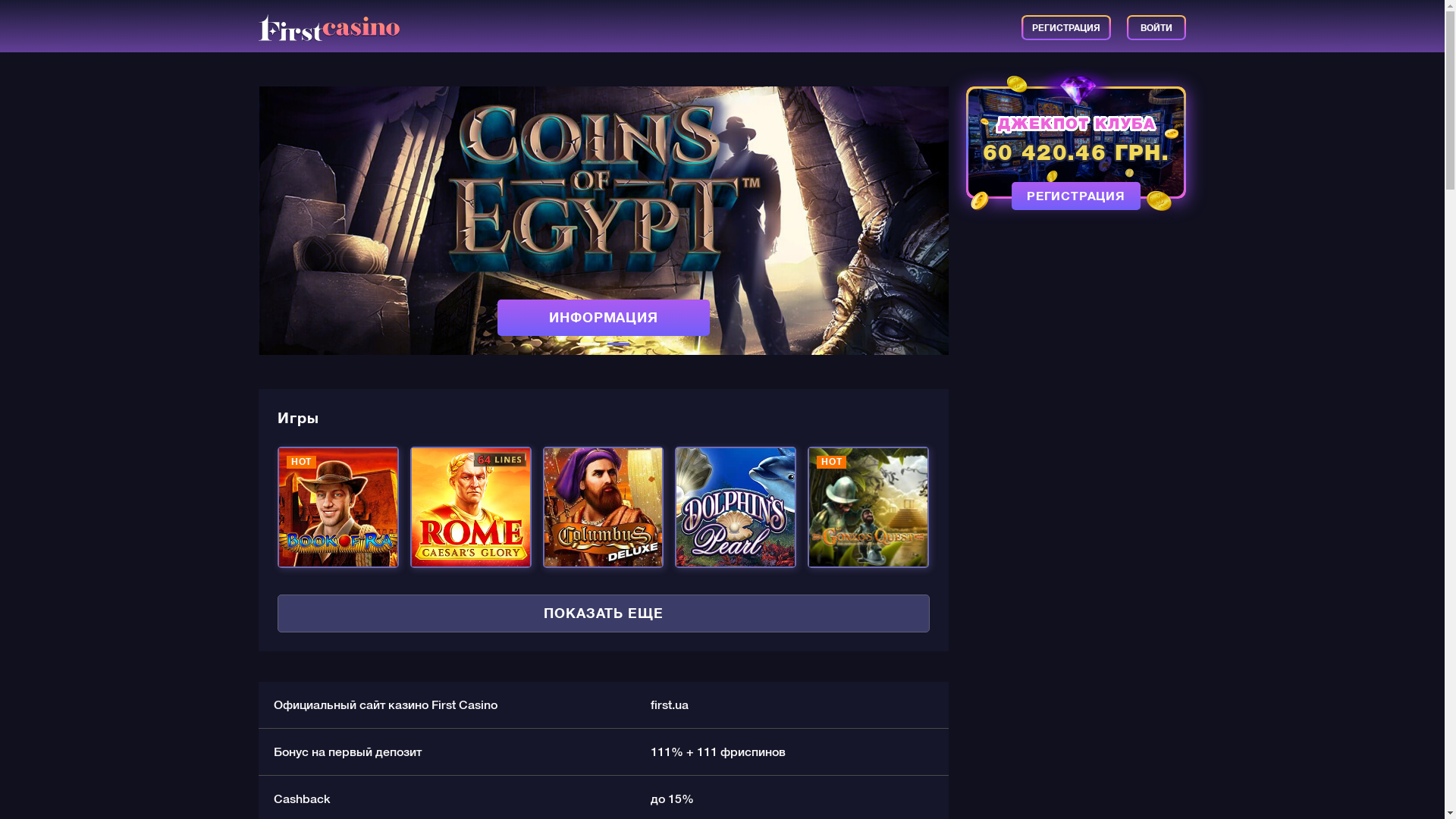 The height and width of the screenshot is (819, 1456). Describe the element at coordinates (618, 344) in the screenshot. I see `'2'` at that location.